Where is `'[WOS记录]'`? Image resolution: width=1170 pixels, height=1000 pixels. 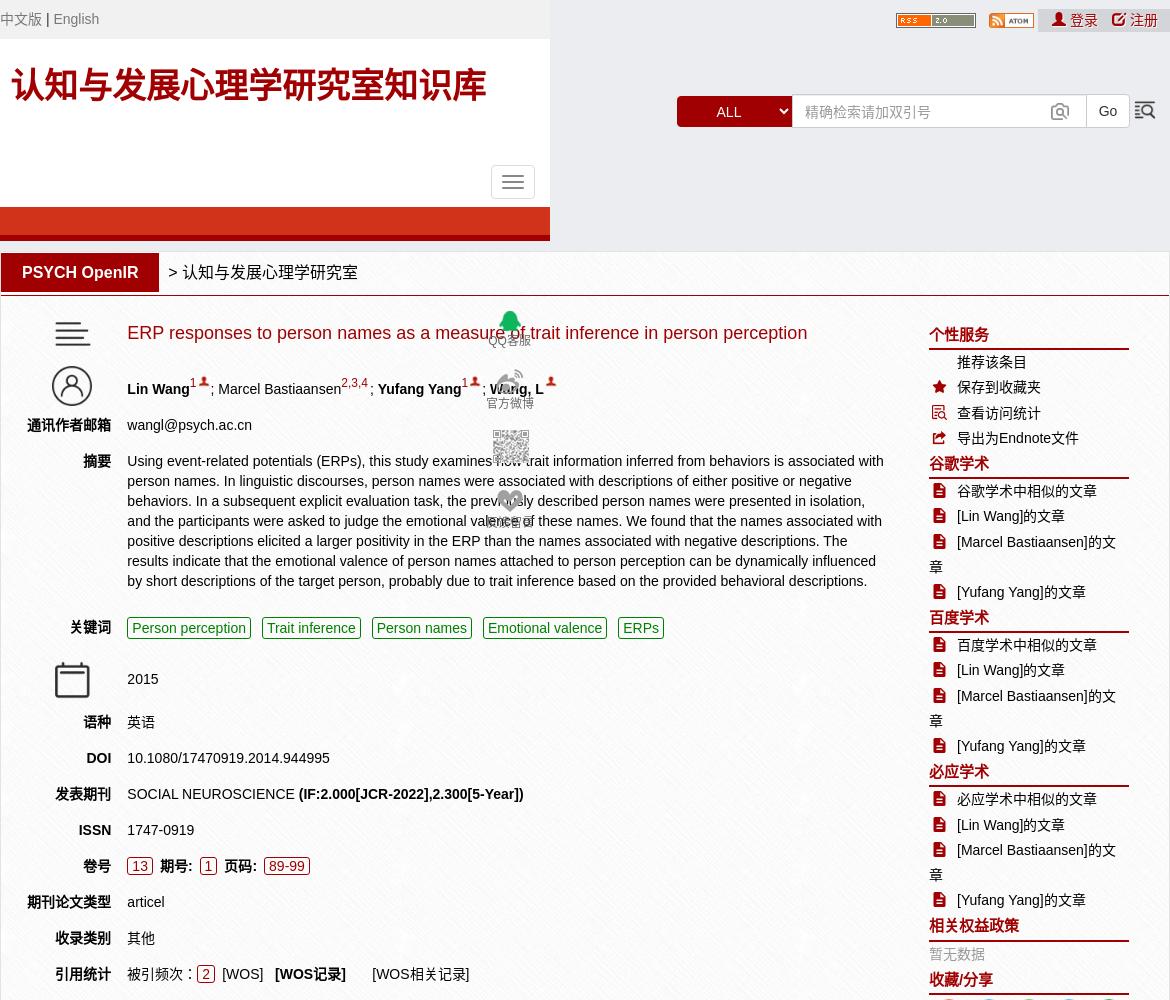
'[WOS记录]' is located at coordinates (309, 972).